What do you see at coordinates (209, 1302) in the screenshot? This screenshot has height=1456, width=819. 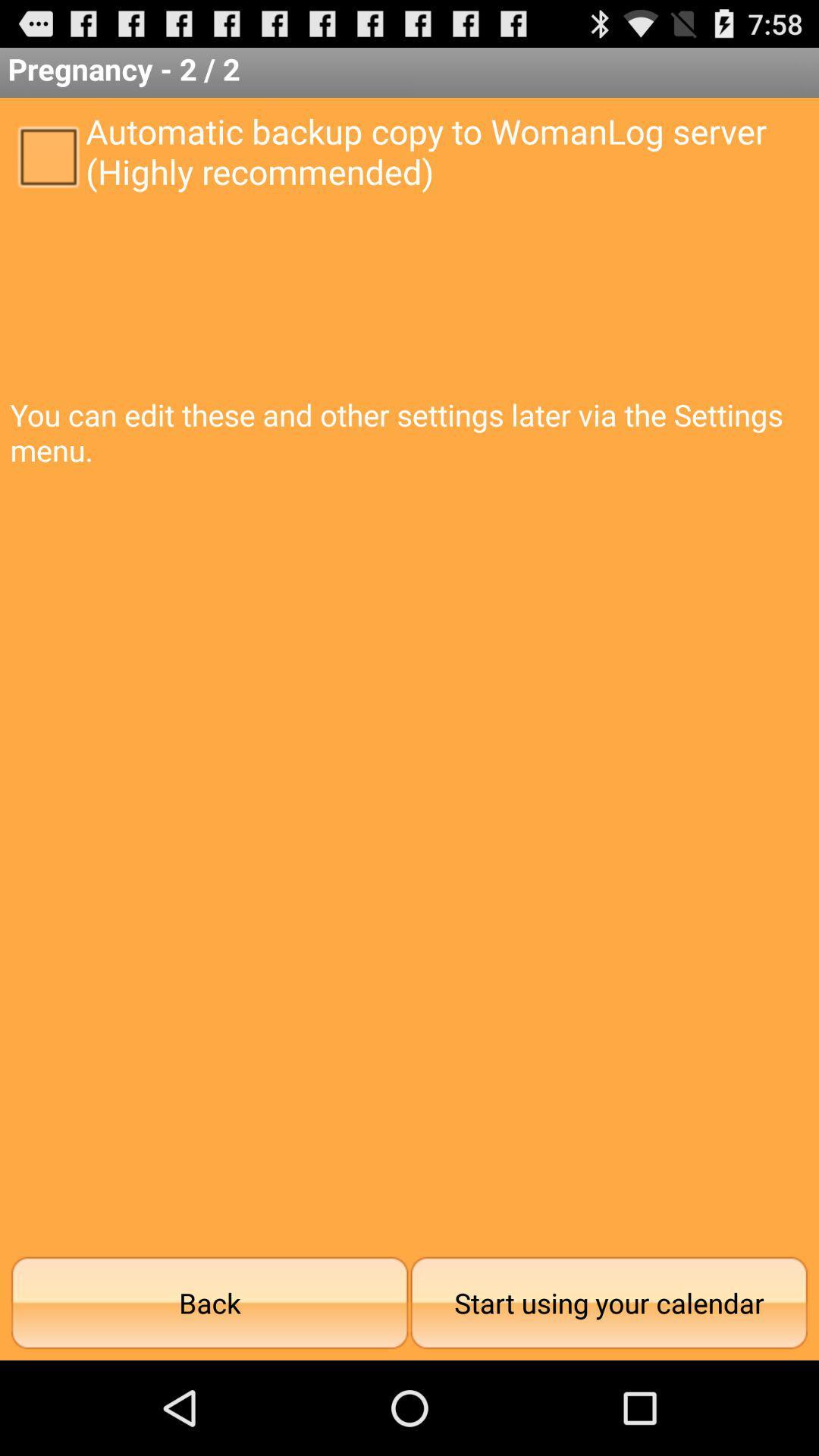 I see `back` at bounding box center [209, 1302].